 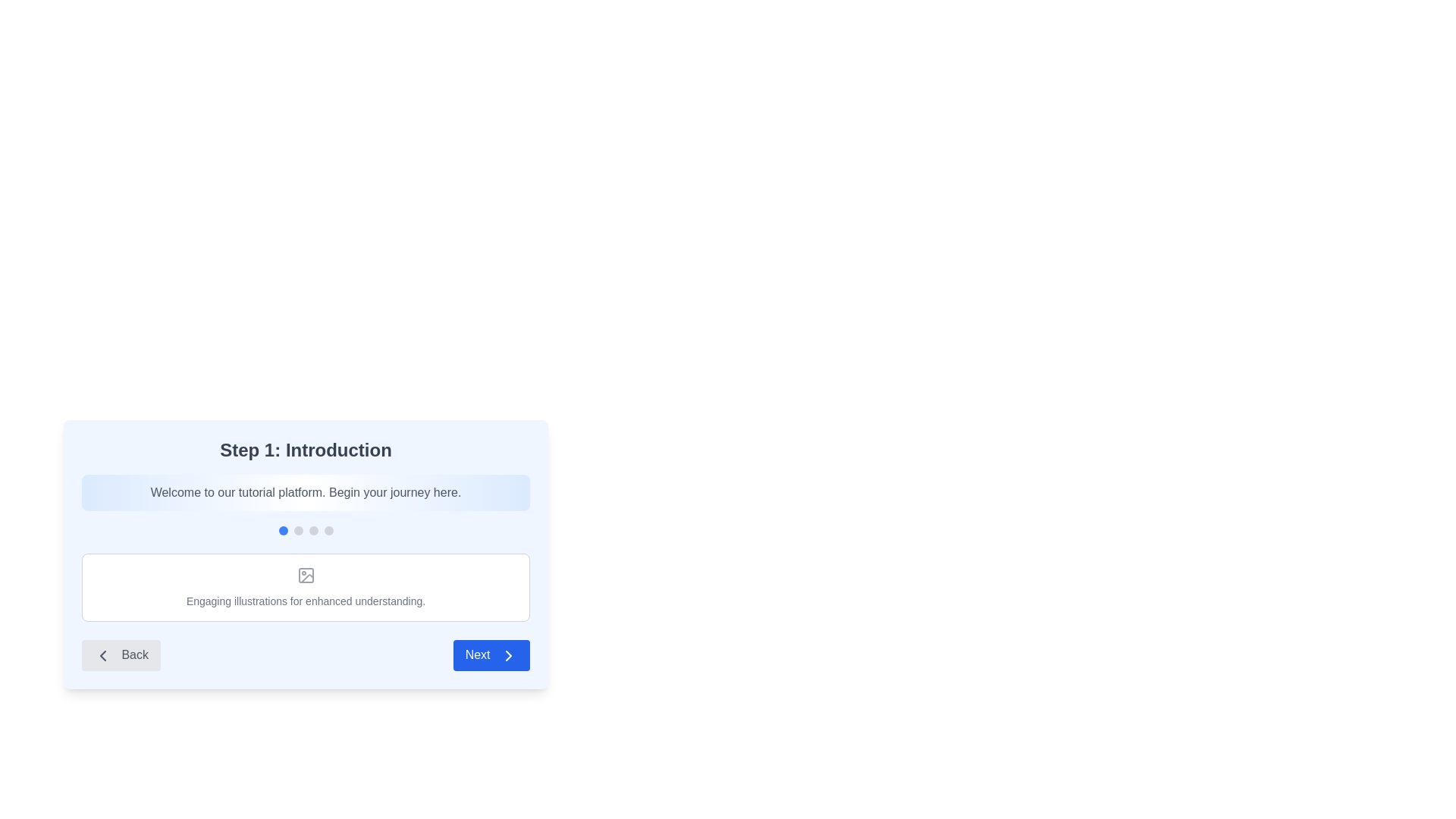 What do you see at coordinates (305, 493) in the screenshot?
I see `welcoming text content displayed in a paragraph-like form, which provides introductory context for the tutorial platform` at bounding box center [305, 493].